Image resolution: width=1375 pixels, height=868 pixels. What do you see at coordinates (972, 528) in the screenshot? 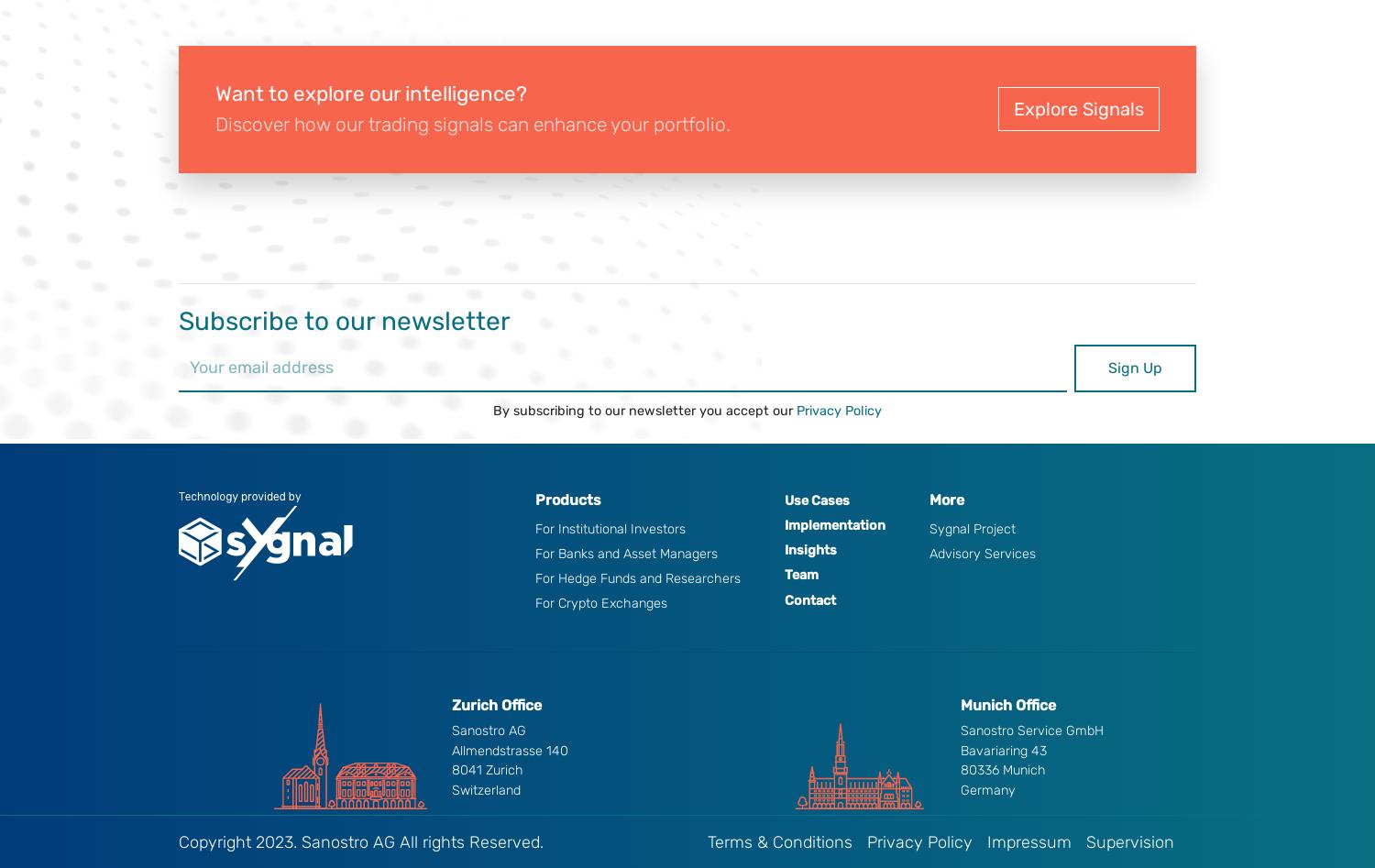
I see `'Sygnal Project'` at bounding box center [972, 528].